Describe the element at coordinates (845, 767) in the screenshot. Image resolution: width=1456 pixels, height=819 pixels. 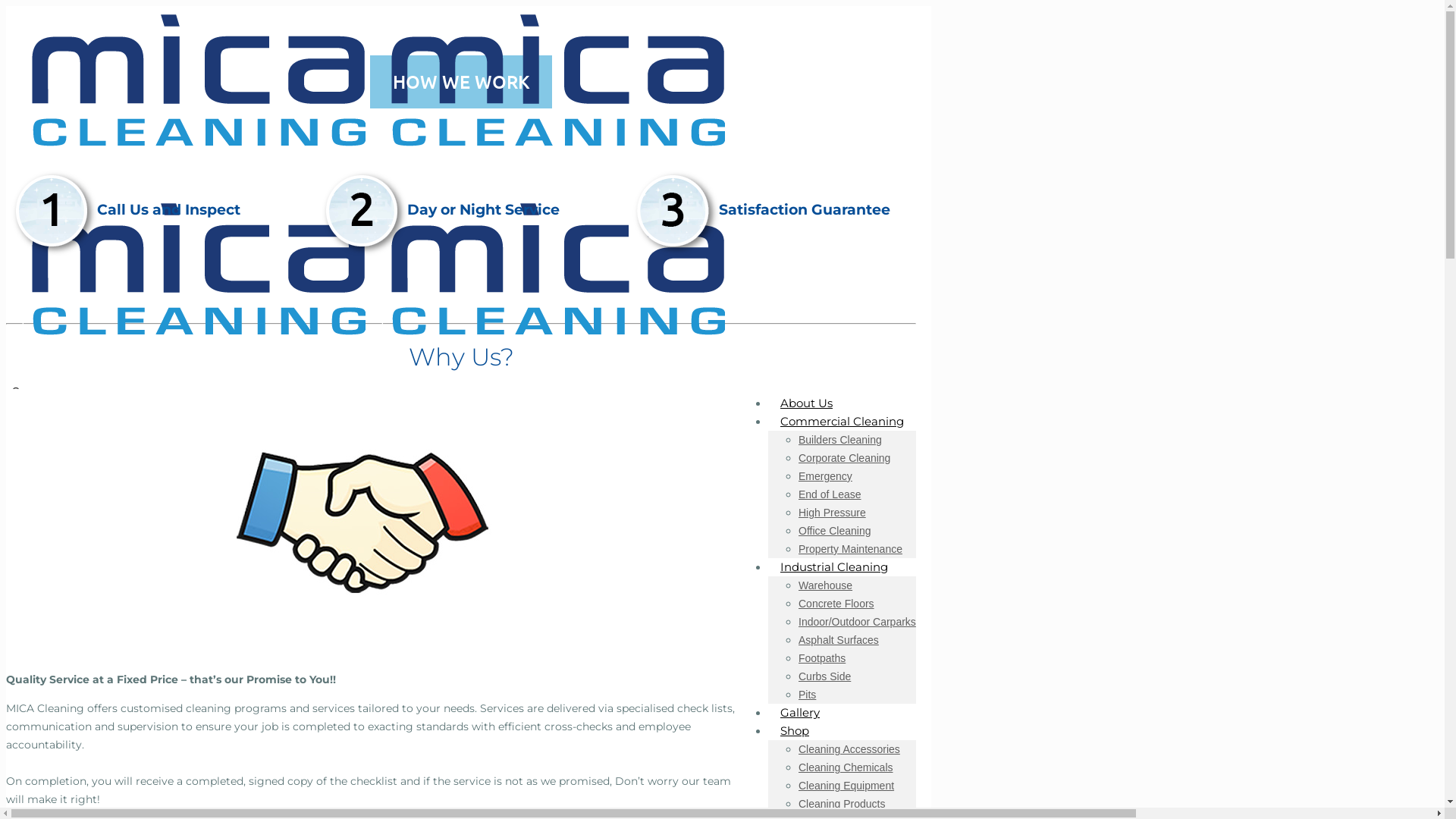
I see `'Cleaning Chemicals'` at that location.